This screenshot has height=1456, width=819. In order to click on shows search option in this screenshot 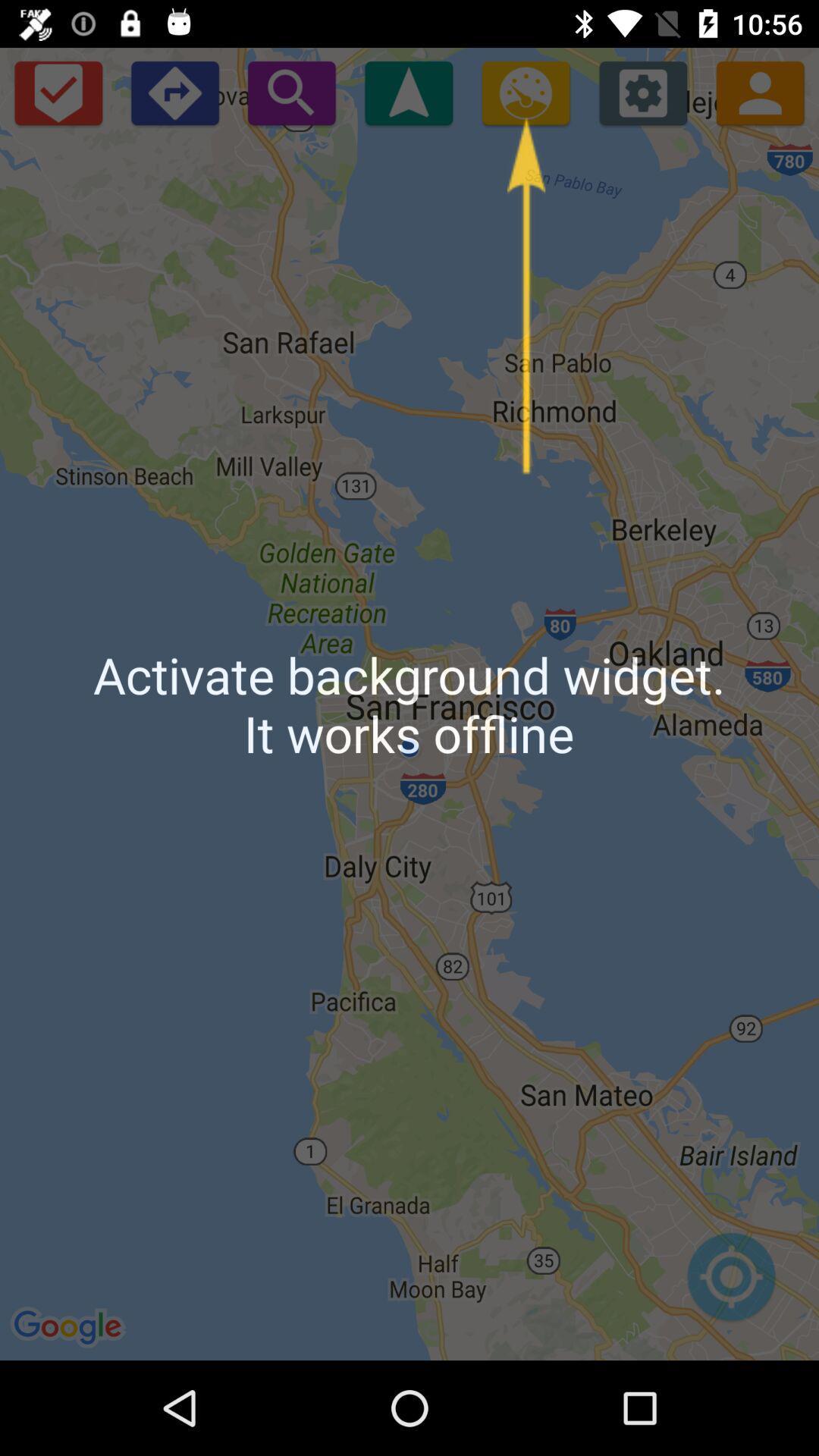, I will do `click(291, 92)`.